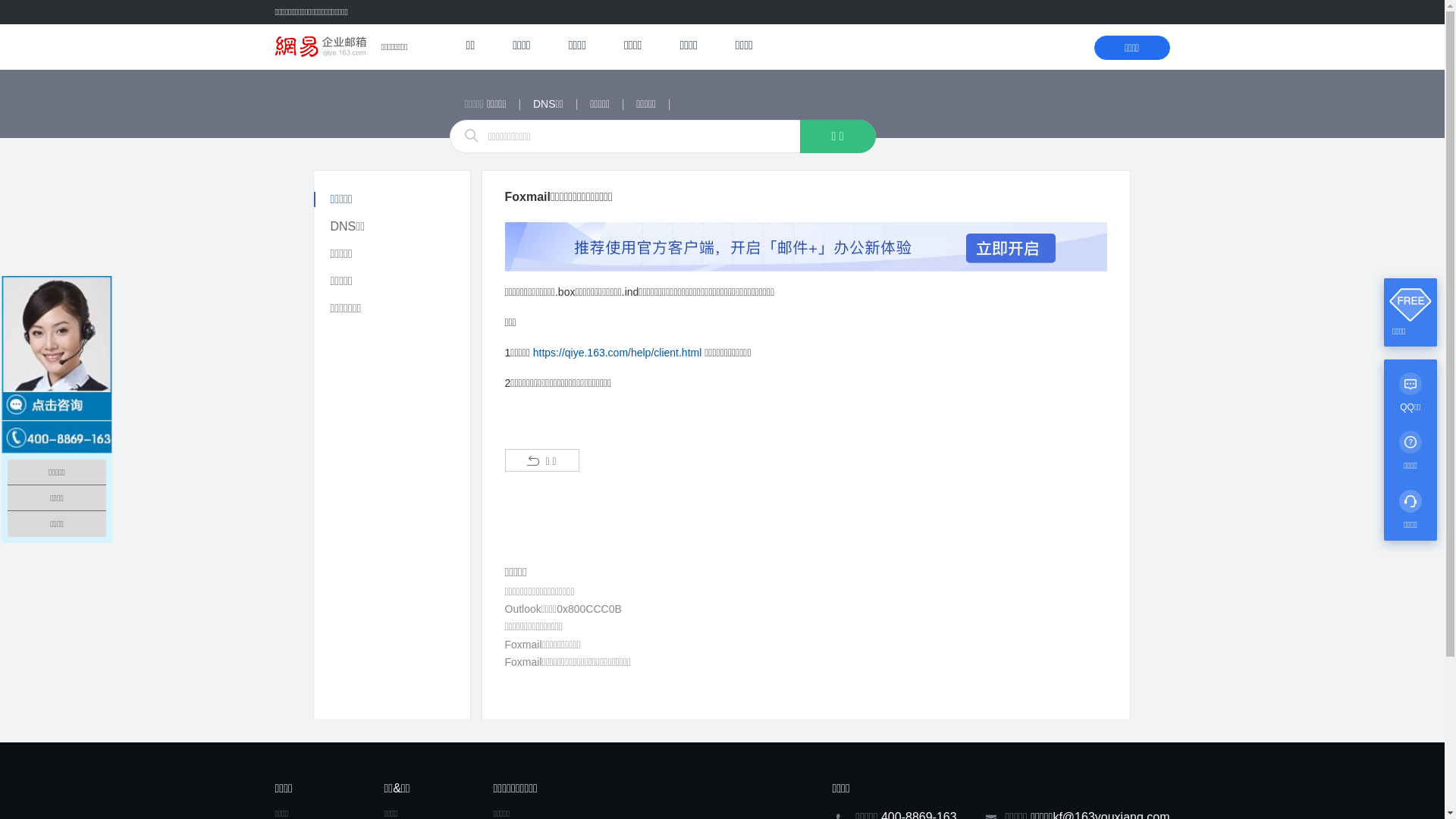 Image resolution: width=1456 pixels, height=819 pixels. What do you see at coordinates (617, 353) in the screenshot?
I see `'https://qiye.163.com/help/client.html'` at bounding box center [617, 353].